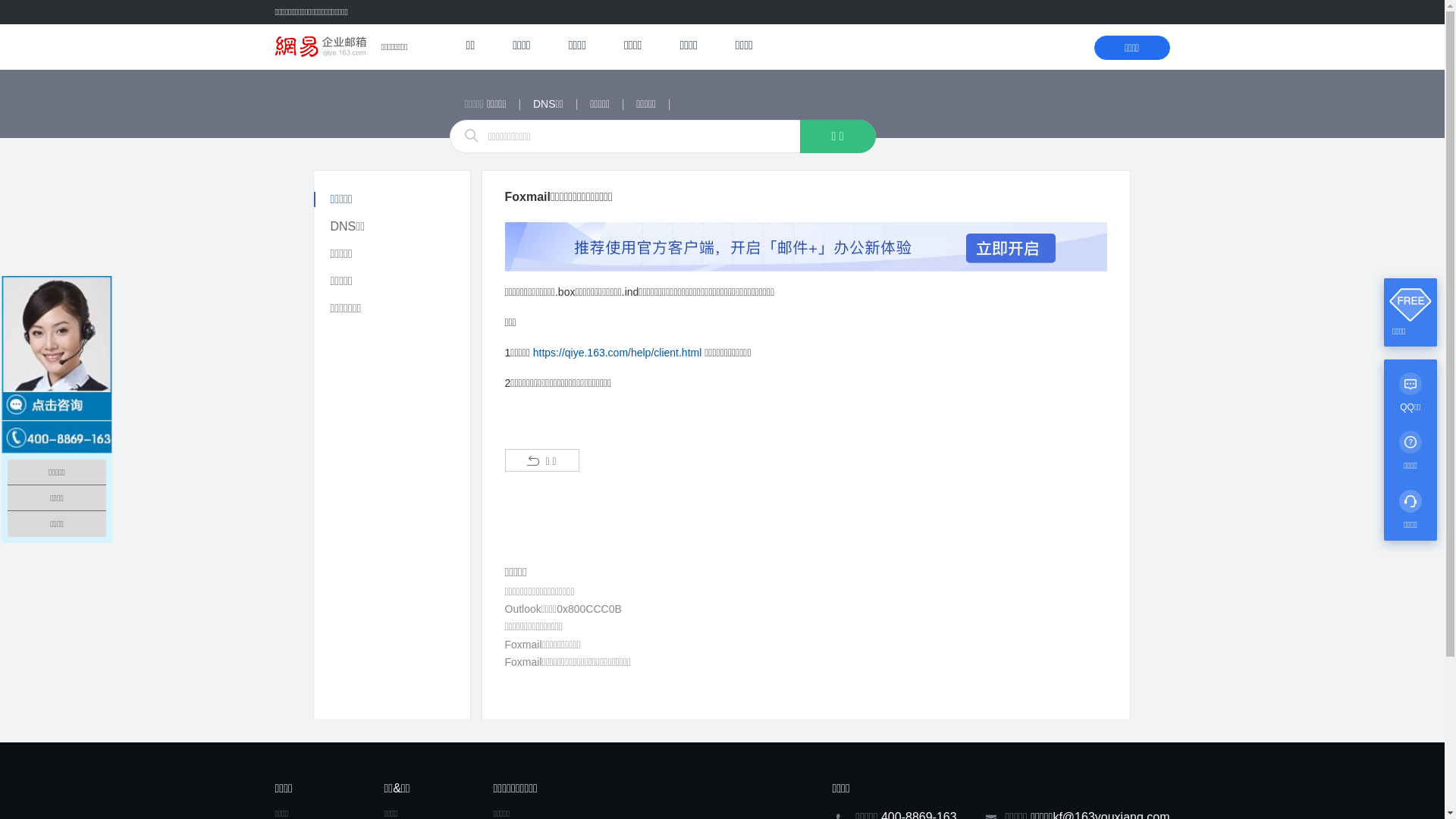 Image resolution: width=1456 pixels, height=819 pixels. What do you see at coordinates (617, 353) in the screenshot?
I see `'https://qiye.163.com/help/client.html'` at bounding box center [617, 353].